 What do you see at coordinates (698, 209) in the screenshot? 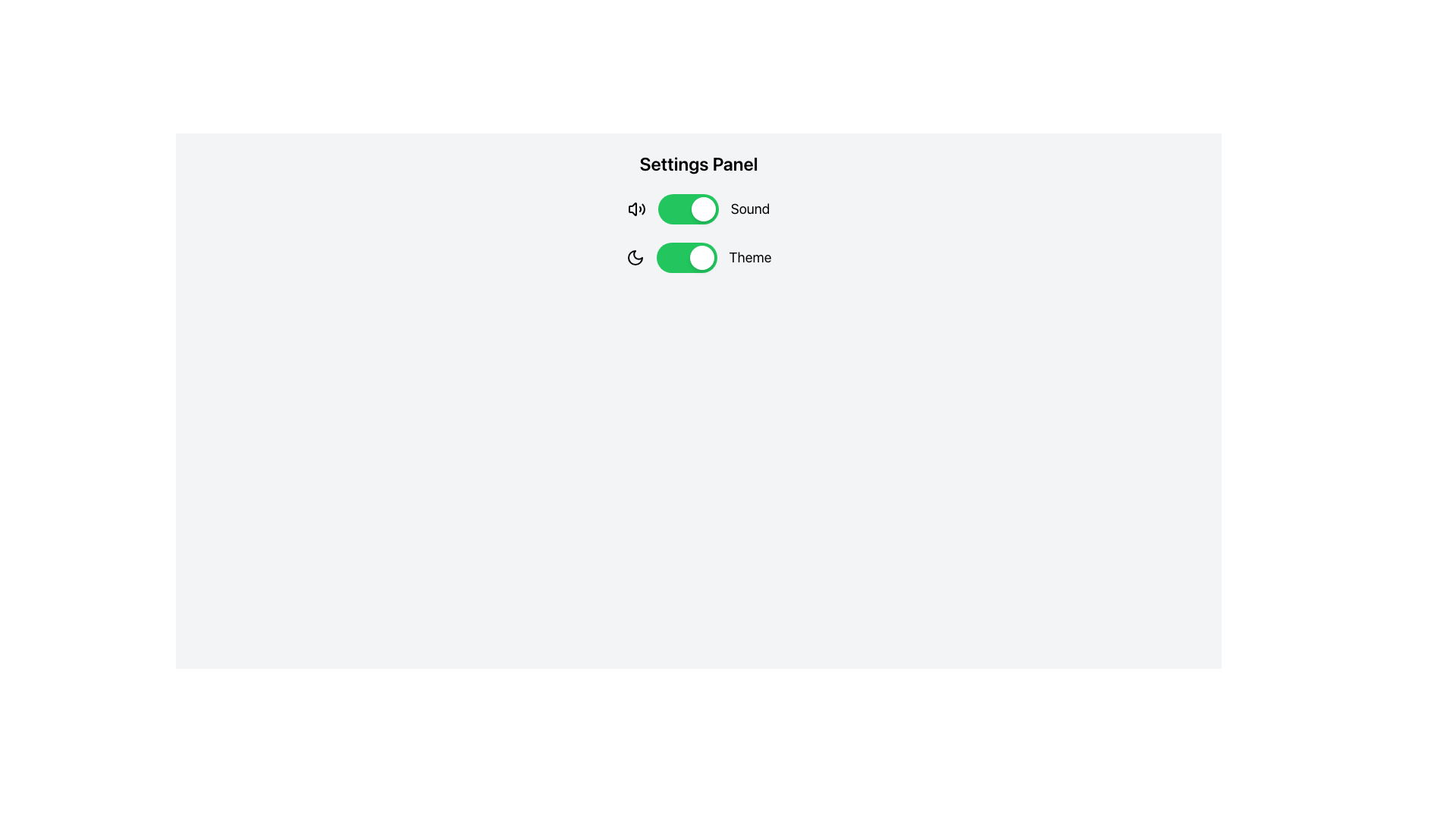
I see `the 'Sound' toggle switch, which is styled with a green background and a white circular knob` at bounding box center [698, 209].